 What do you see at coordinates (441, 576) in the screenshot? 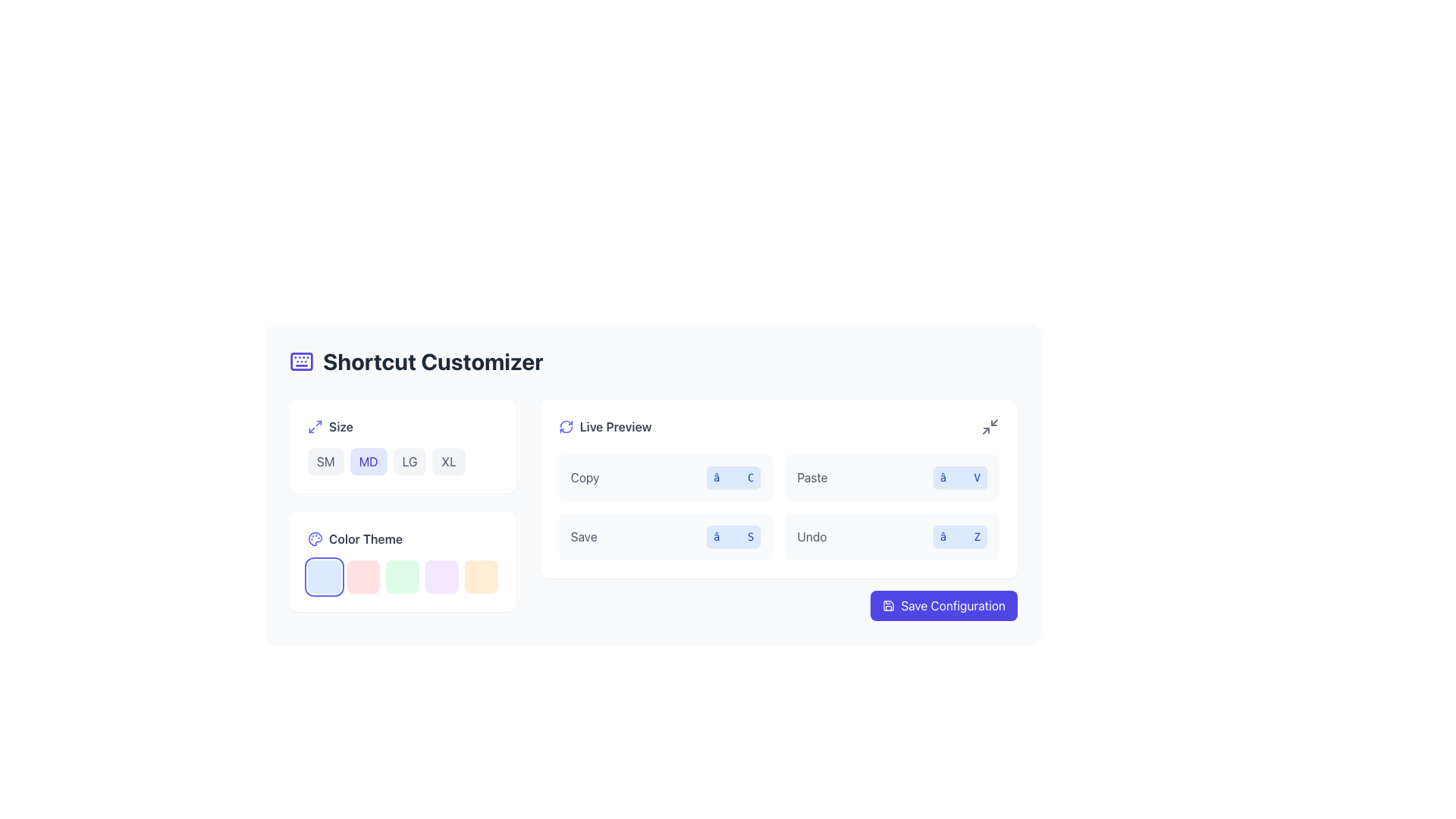
I see `the fourth button in the 5-column grid layout under the 'Color Theme' section` at bounding box center [441, 576].